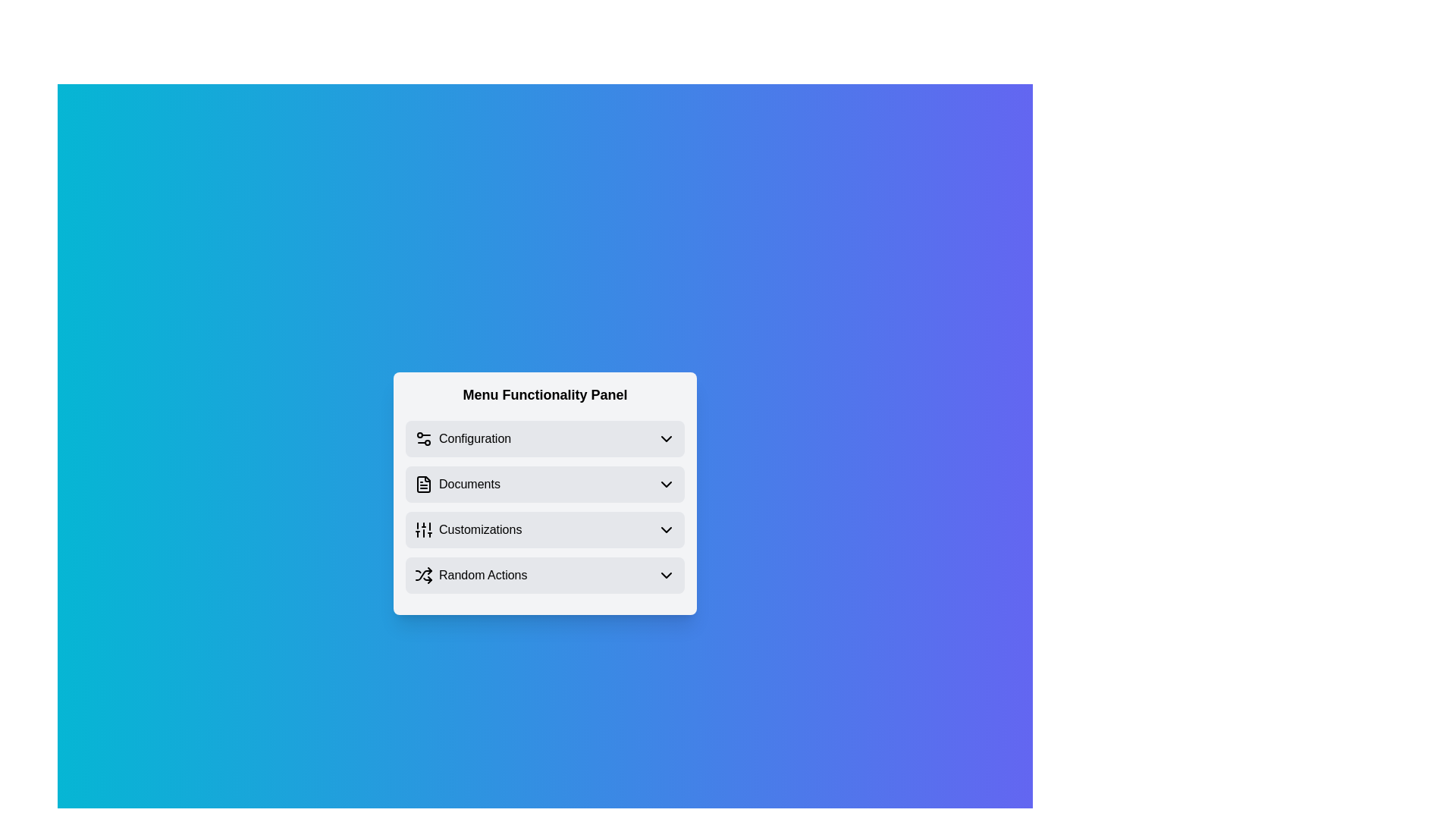 The image size is (1456, 819). Describe the element at coordinates (423, 438) in the screenshot. I see `the icon associated with the menu item Configuration` at that location.